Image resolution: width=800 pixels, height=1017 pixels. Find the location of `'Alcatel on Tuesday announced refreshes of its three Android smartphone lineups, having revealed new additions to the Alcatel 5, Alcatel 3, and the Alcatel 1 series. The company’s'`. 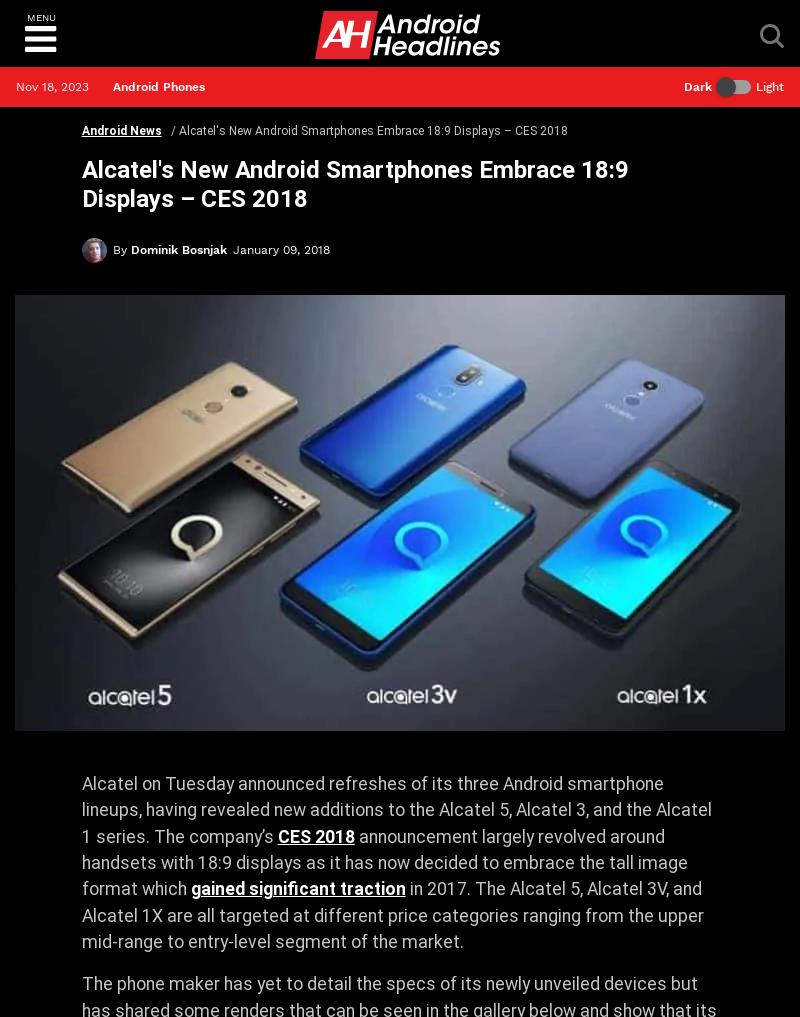

'Alcatel on Tuesday announced refreshes of its three Android smartphone lineups, having revealed new additions to the Alcatel 5, Alcatel 3, and the Alcatel 1 series. The company’s' is located at coordinates (395, 808).